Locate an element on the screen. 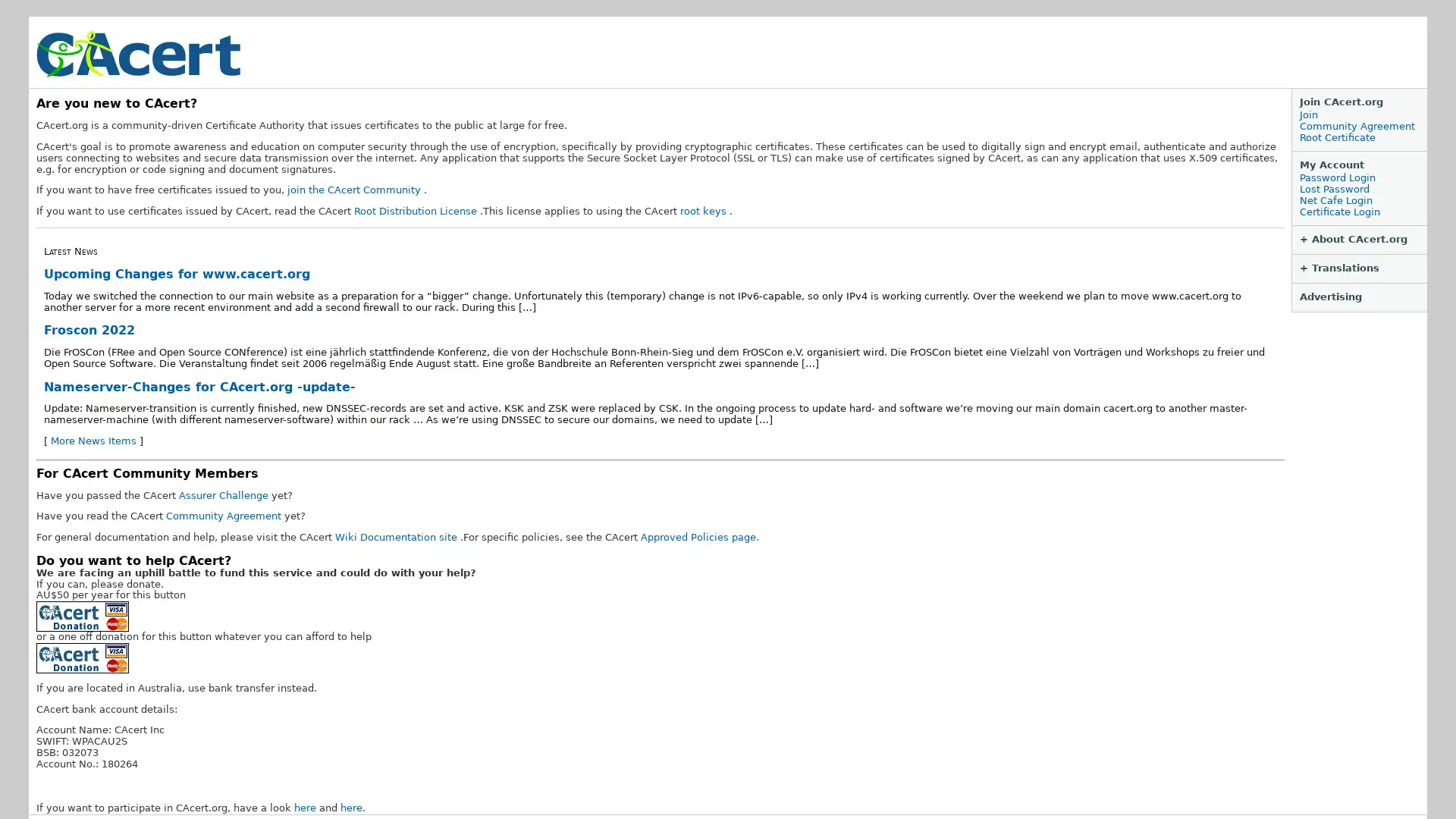 The width and height of the screenshot is (1456, 819). Make payments with PayPal is located at coordinates (82, 657).